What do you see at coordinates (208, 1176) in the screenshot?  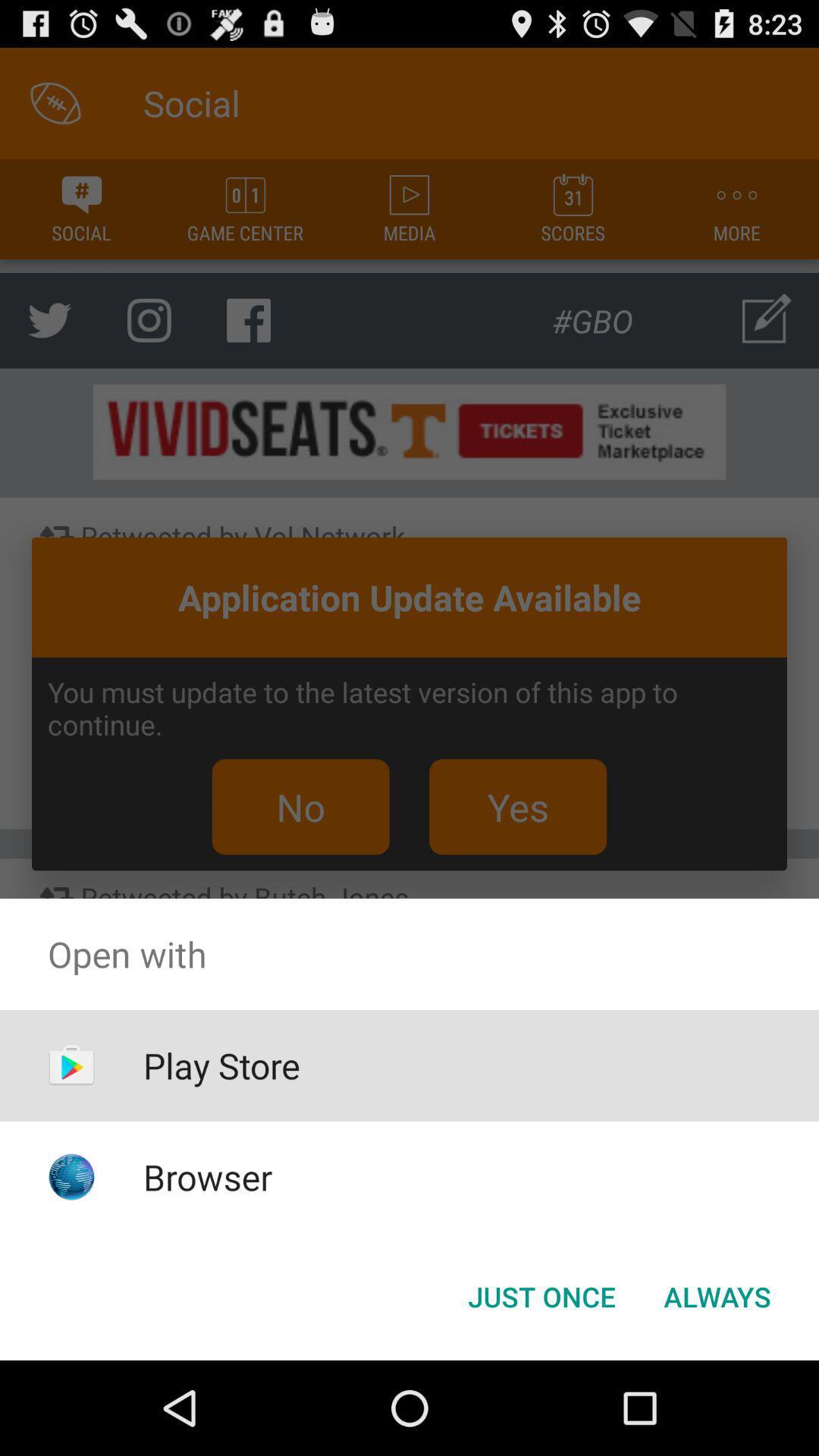 I see `browser` at bounding box center [208, 1176].